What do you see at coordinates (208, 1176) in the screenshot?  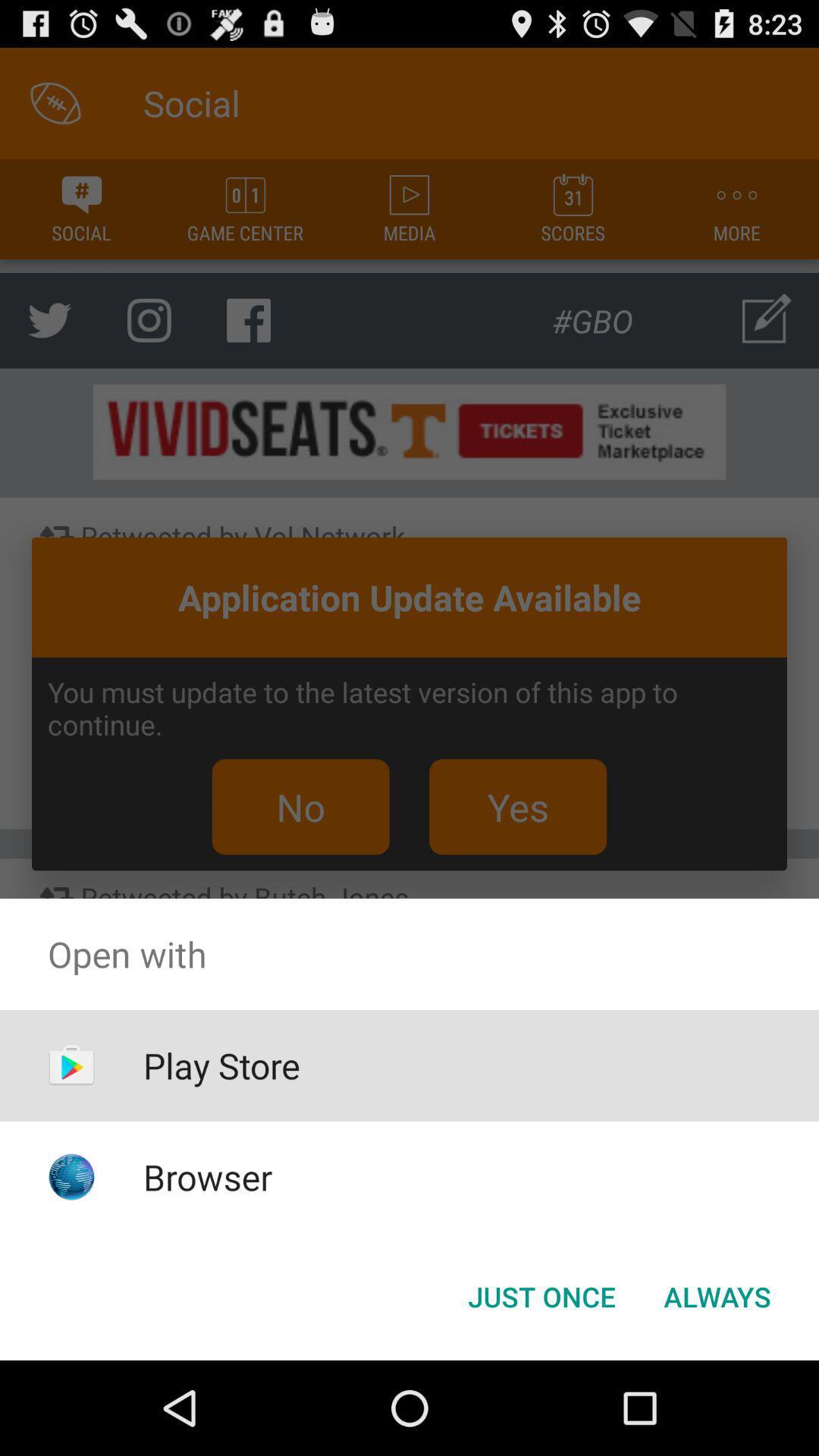 I see `browser` at bounding box center [208, 1176].